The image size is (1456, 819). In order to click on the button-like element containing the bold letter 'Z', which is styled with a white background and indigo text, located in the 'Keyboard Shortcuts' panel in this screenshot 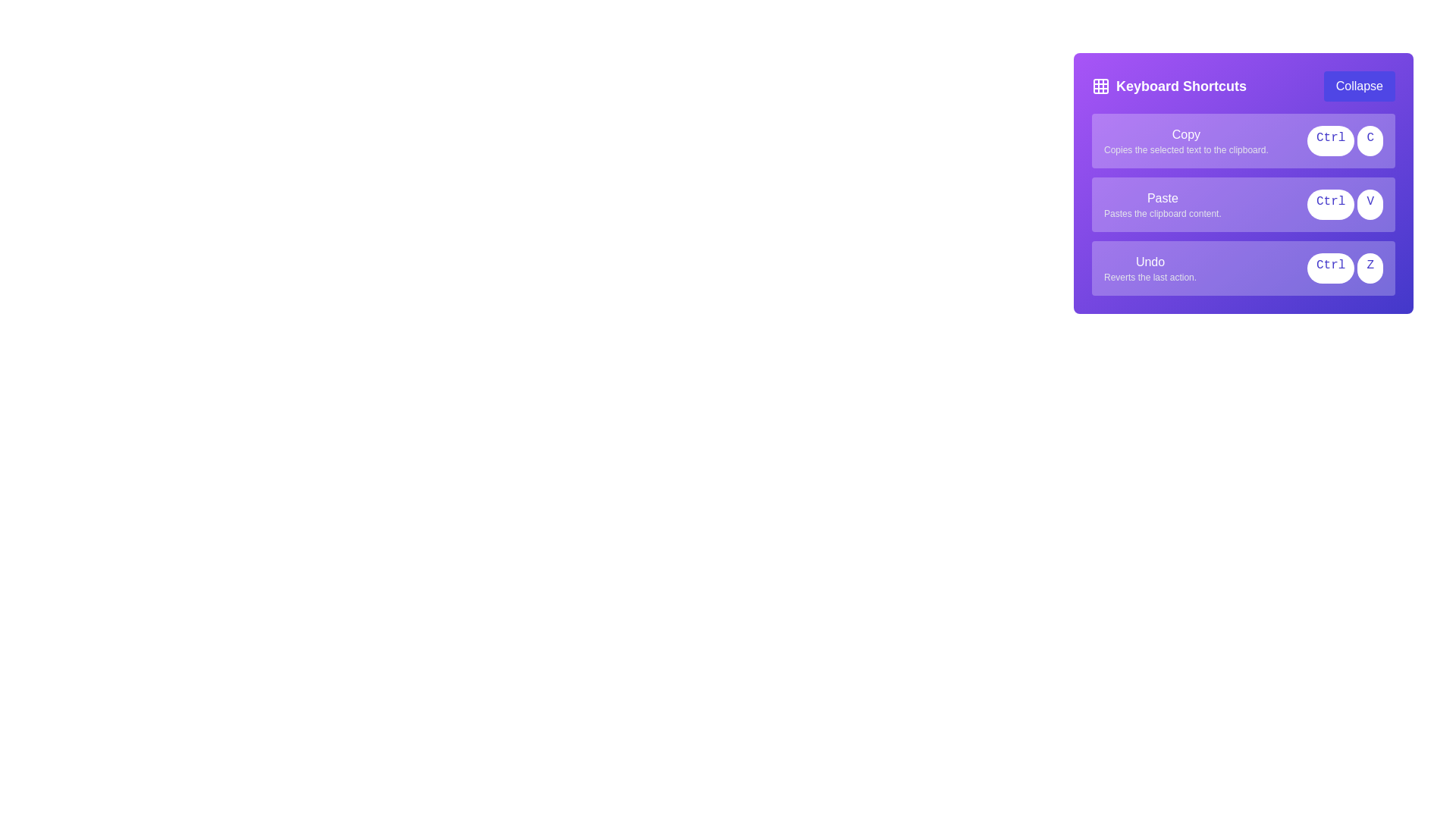, I will do `click(1370, 268)`.